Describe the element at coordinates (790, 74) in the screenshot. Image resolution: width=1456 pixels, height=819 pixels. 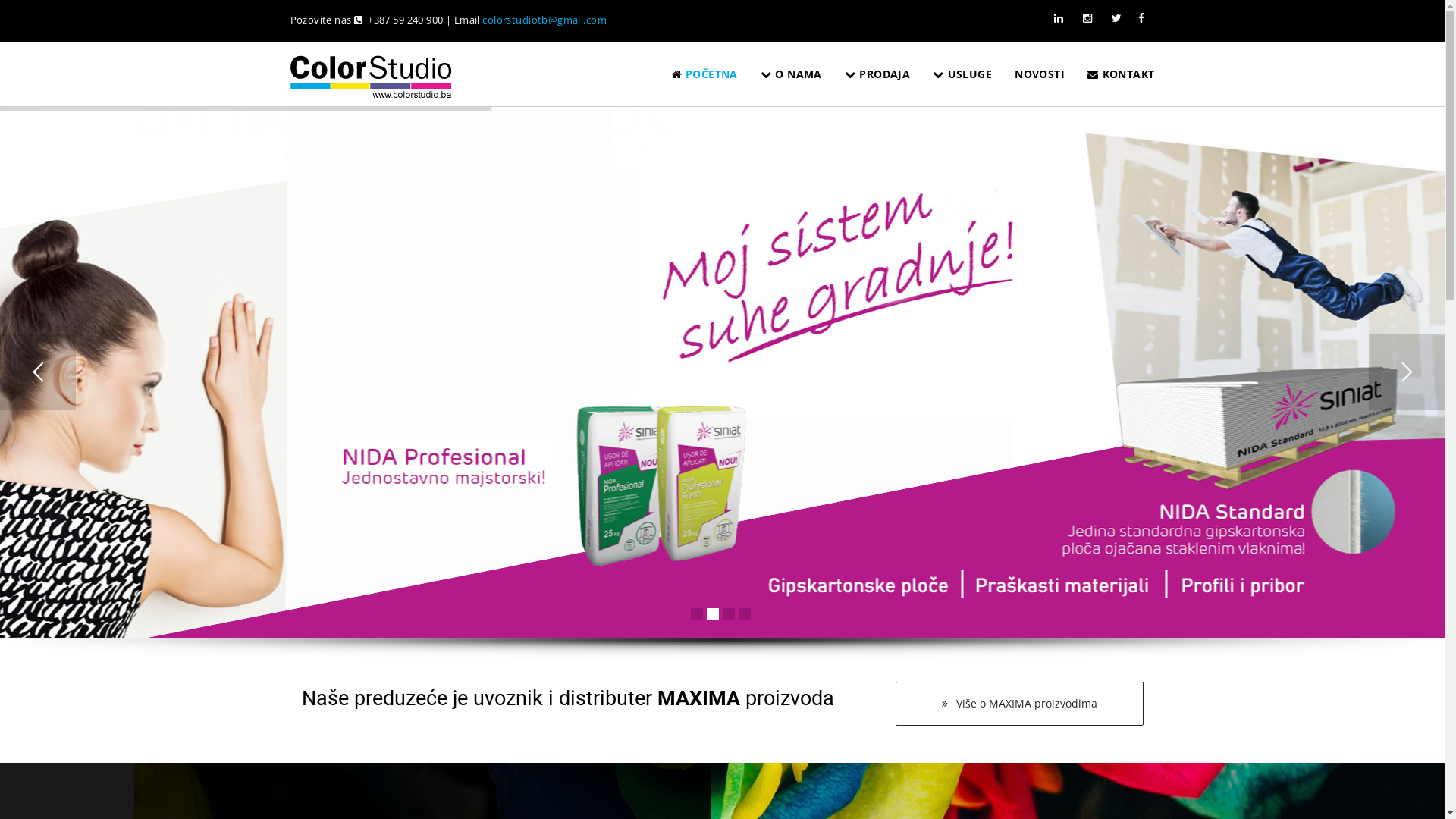
I see `'O NAMA'` at that location.